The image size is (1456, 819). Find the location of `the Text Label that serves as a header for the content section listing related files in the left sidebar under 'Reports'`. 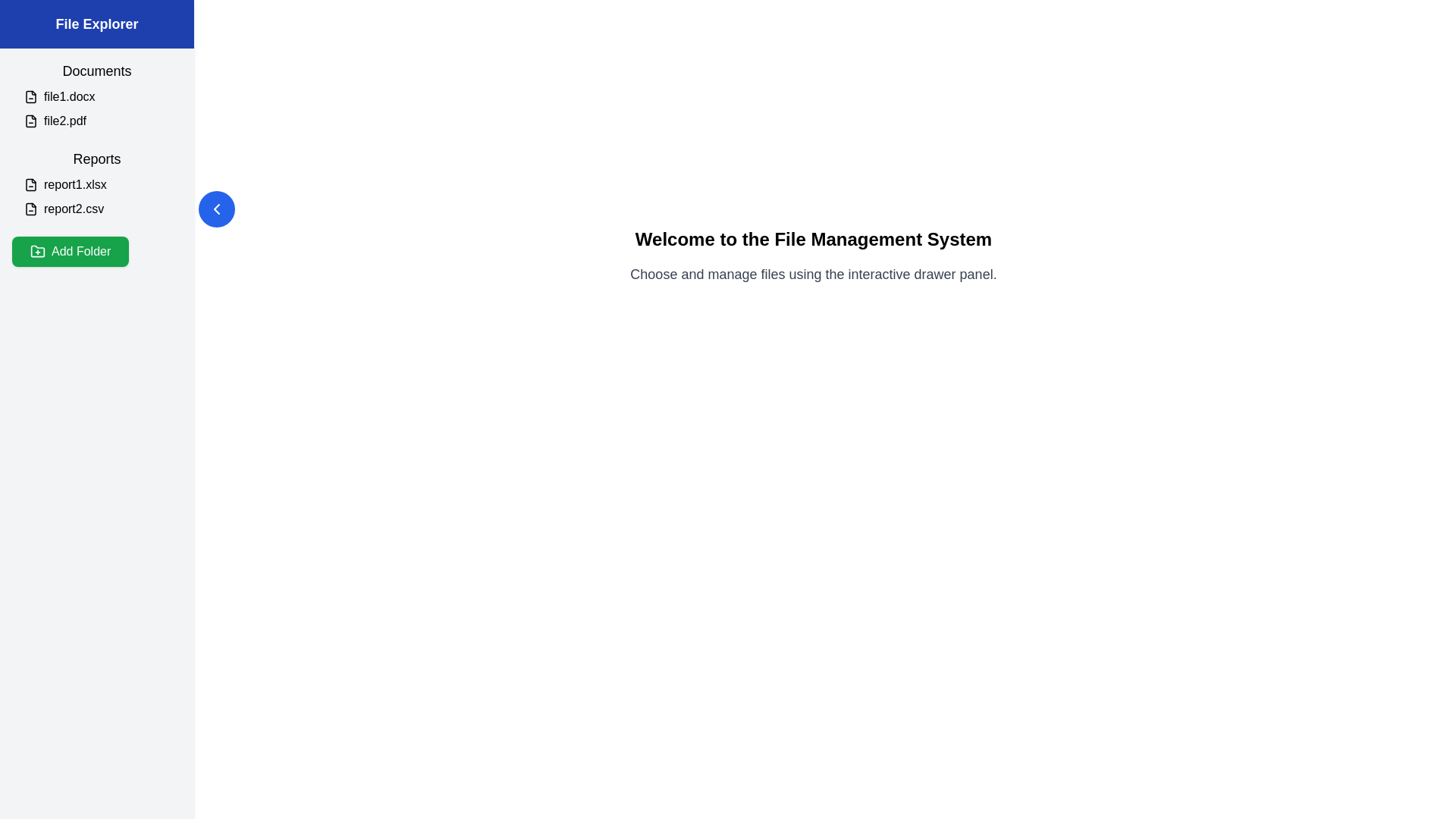

the Text Label that serves as a header for the content section listing related files in the left sidebar under 'Reports' is located at coordinates (96, 158).